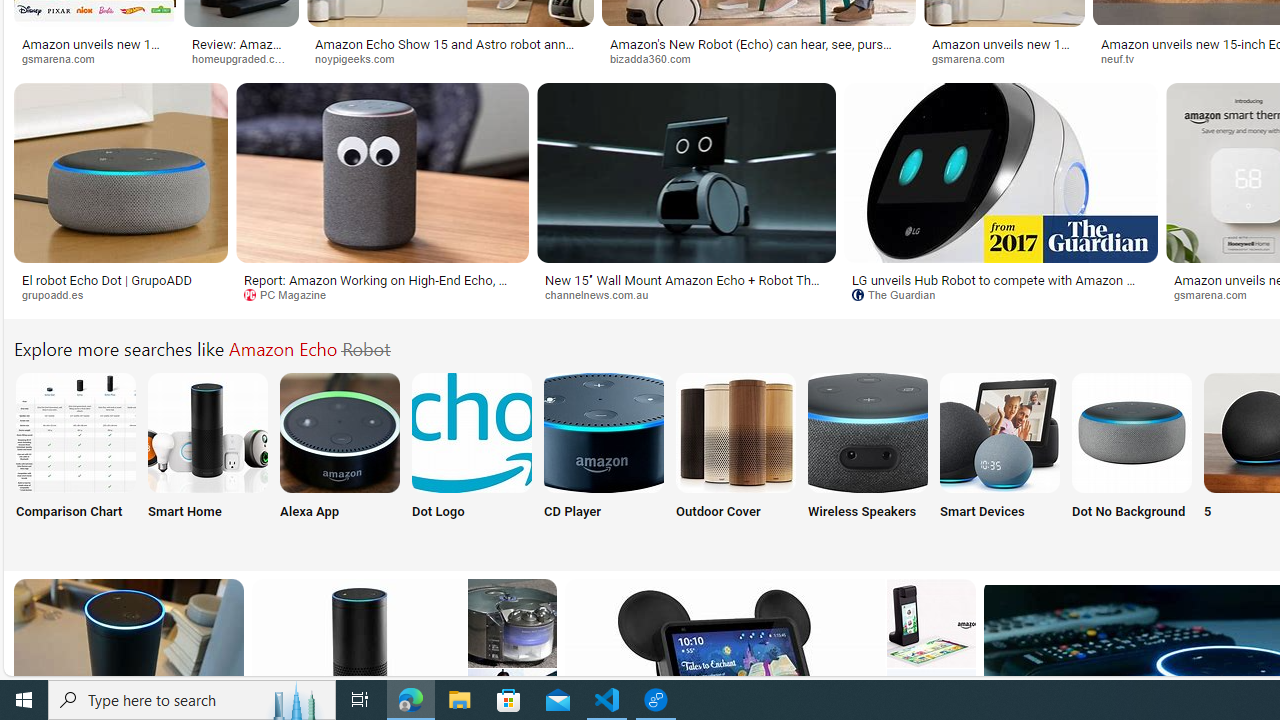 This screenshot has width=1280, height=720. What do you see at coordinates (105, 279) in the screenshot?
I see `'El robot Echo Dot | GrupoADD'` at bounding box center [105, 279].